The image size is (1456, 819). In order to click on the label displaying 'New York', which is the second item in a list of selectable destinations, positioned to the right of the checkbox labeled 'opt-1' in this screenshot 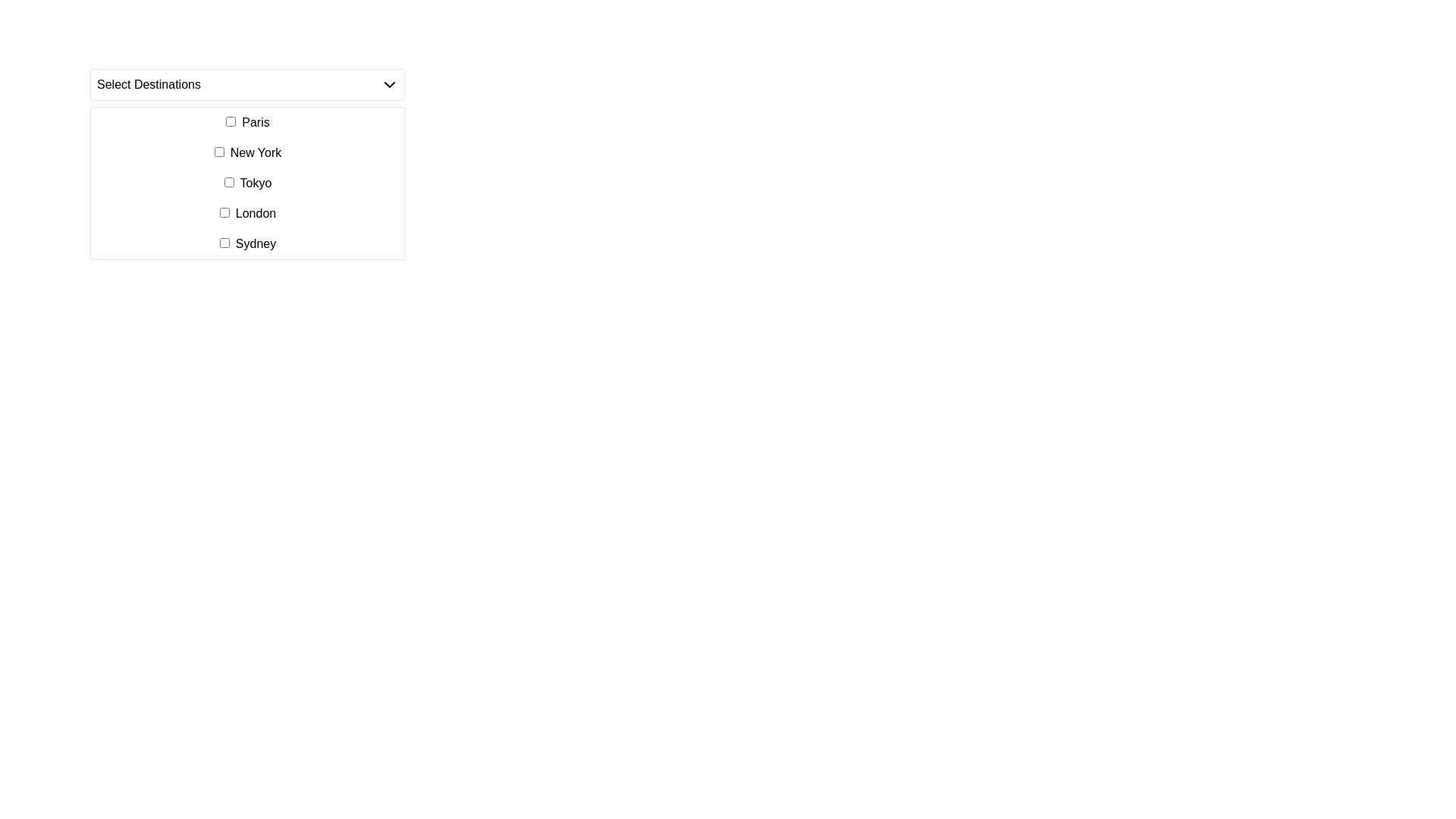, I will do `click(256, 152)`.